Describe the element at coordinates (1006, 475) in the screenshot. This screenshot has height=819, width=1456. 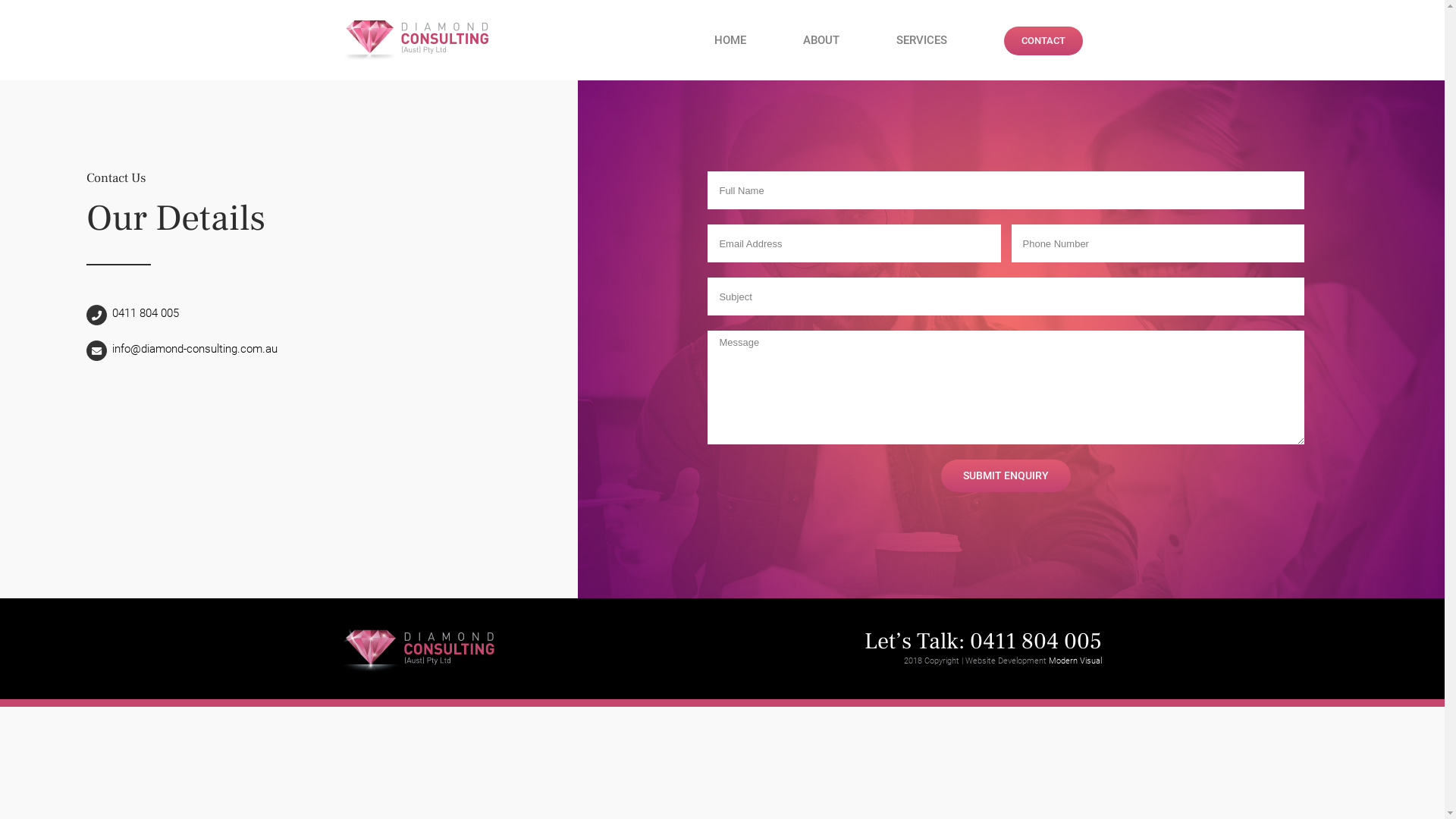
I see `'SUBMIT ENQUIRY'` at that location.